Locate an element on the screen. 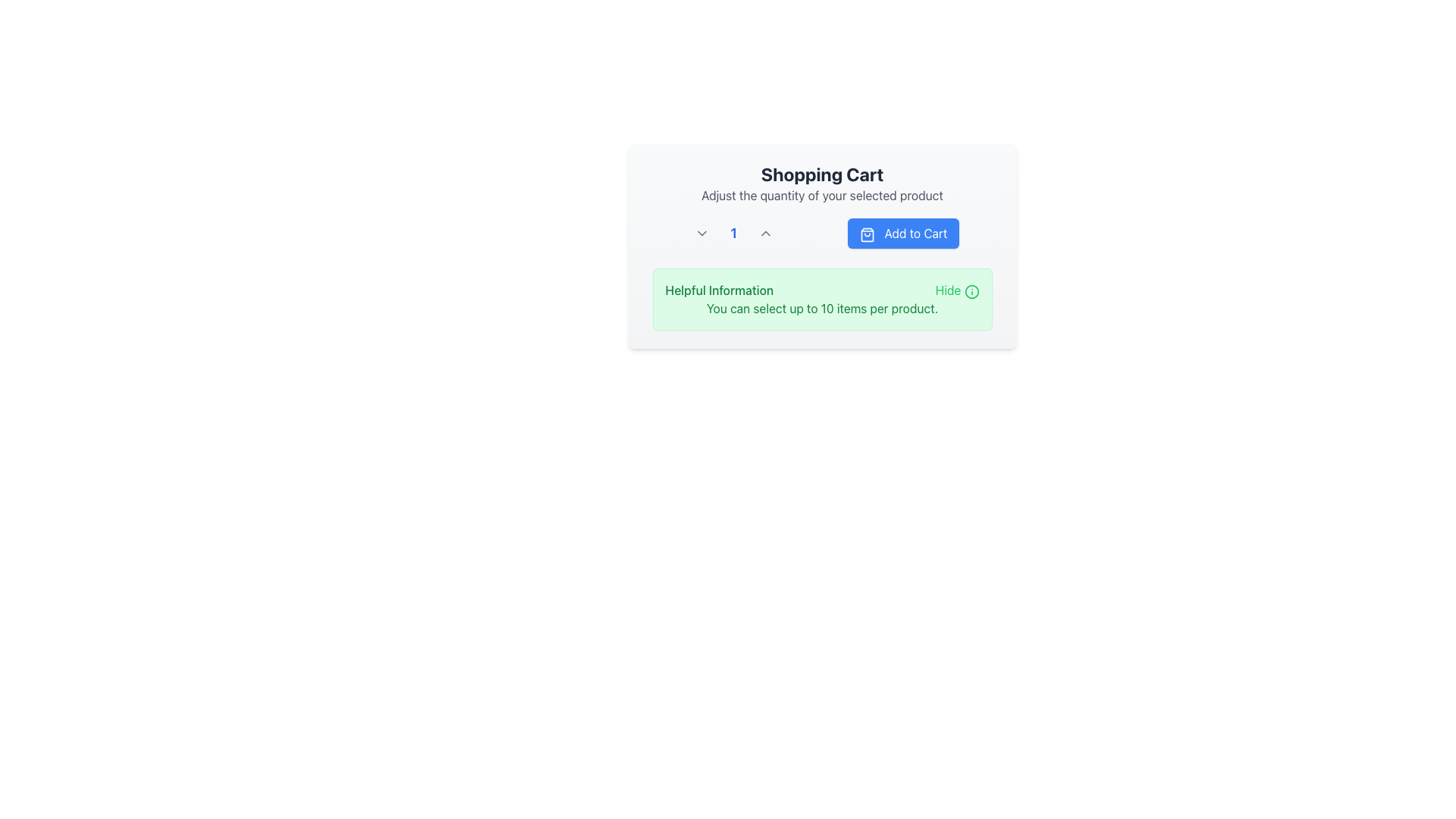 This screenshot has width=1456, height=819. the shopping bag icon within the 'Add to Cart' button, which has a blue background and white text, located to the left of the label is located at coordinates (868, 234).